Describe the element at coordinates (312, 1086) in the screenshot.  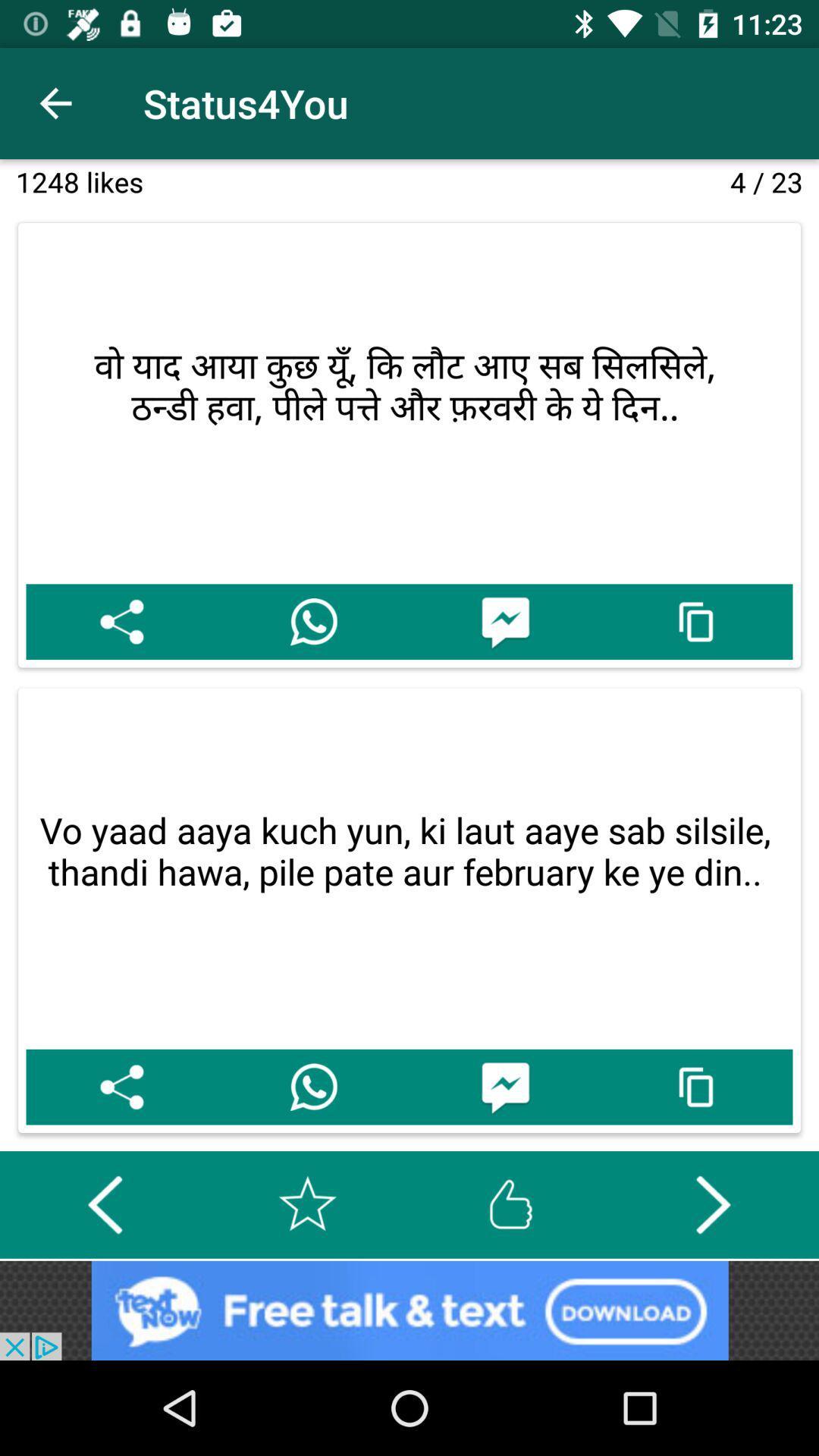
I see `telephone call option` at that location.